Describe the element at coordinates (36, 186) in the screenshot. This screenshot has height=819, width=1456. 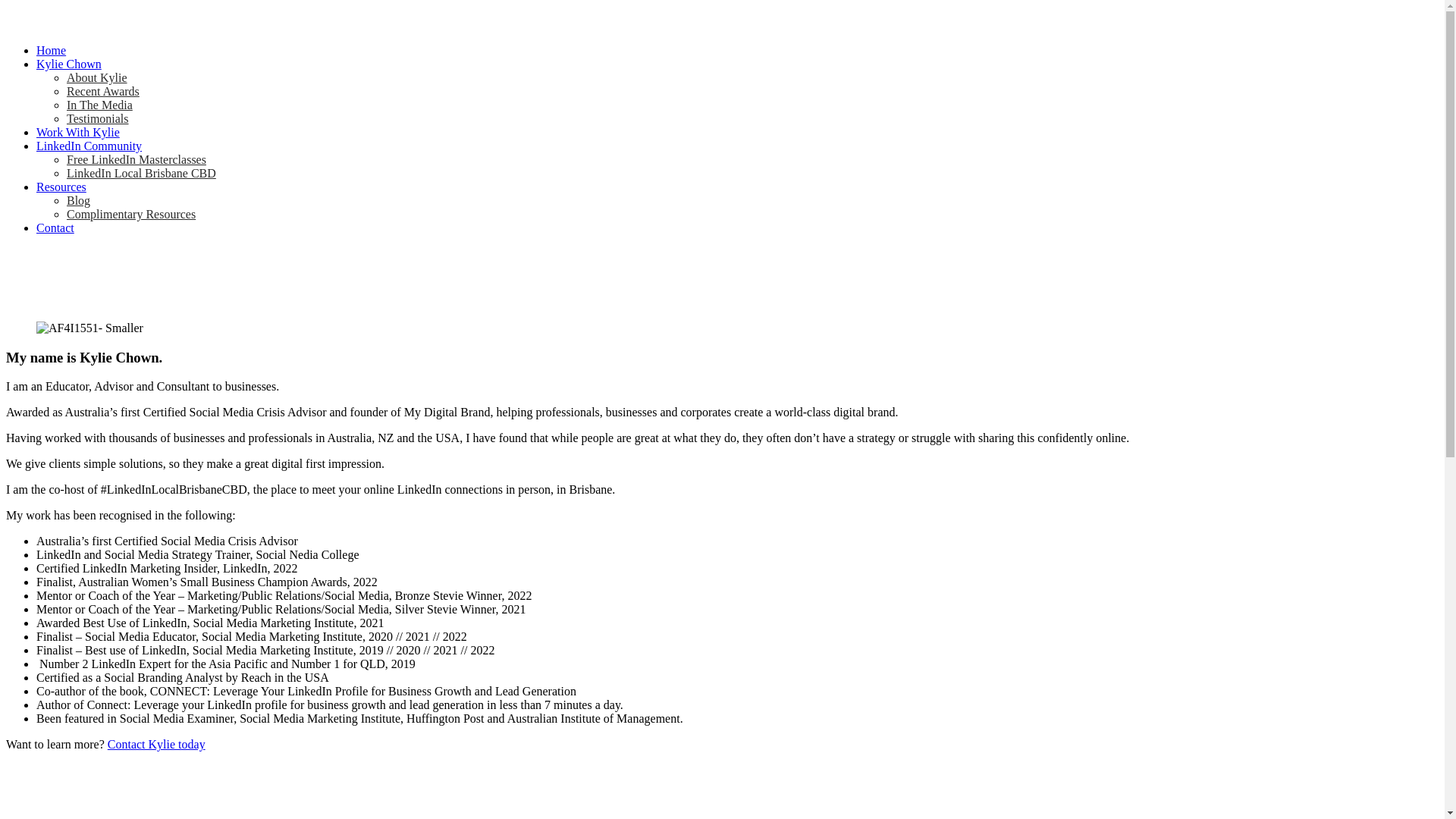
I see `'Resources'` at that location.